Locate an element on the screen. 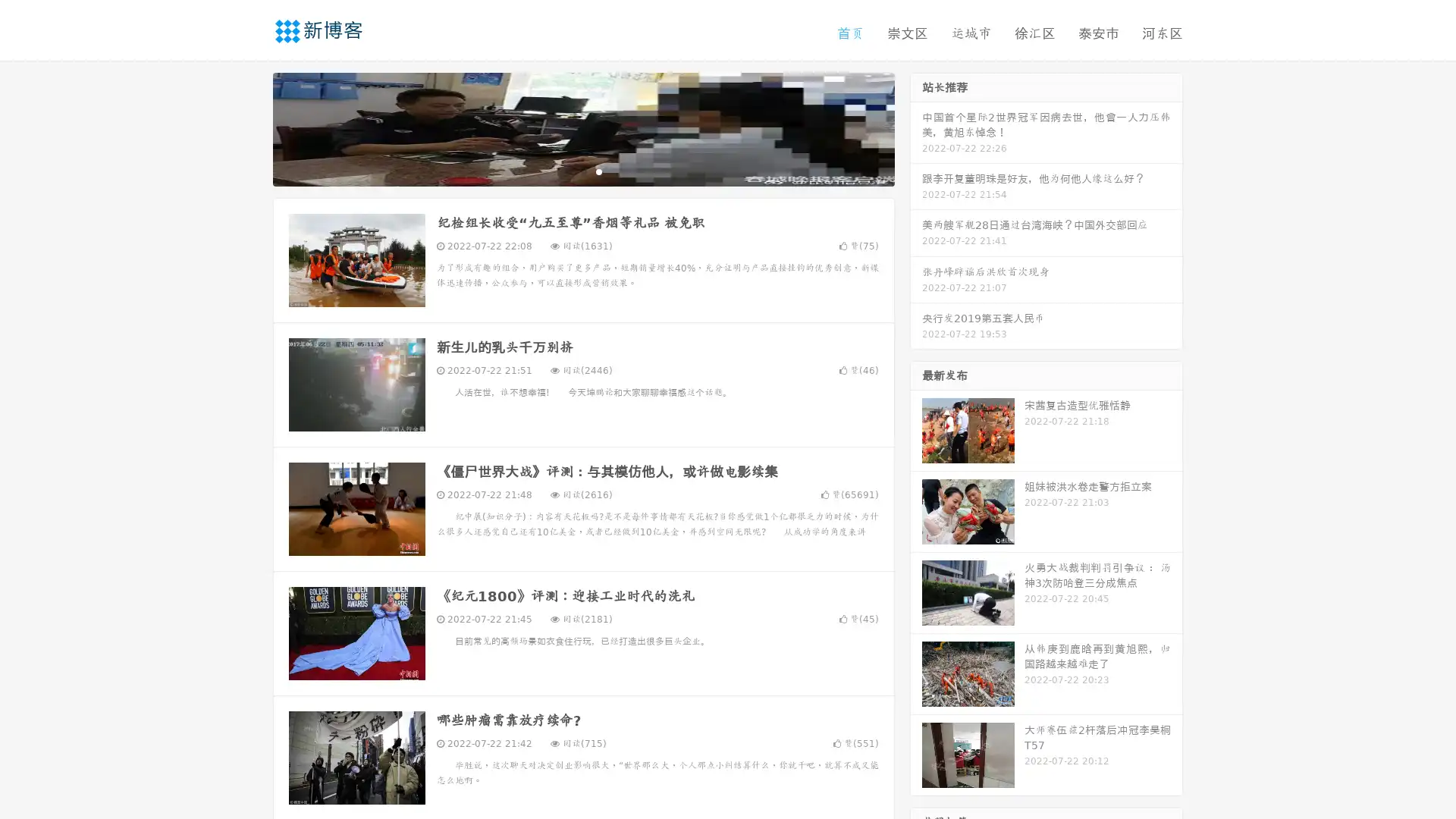 The width and height of the screenshot is (1456, 819). Previous slide is located at coordinates (250, 127).